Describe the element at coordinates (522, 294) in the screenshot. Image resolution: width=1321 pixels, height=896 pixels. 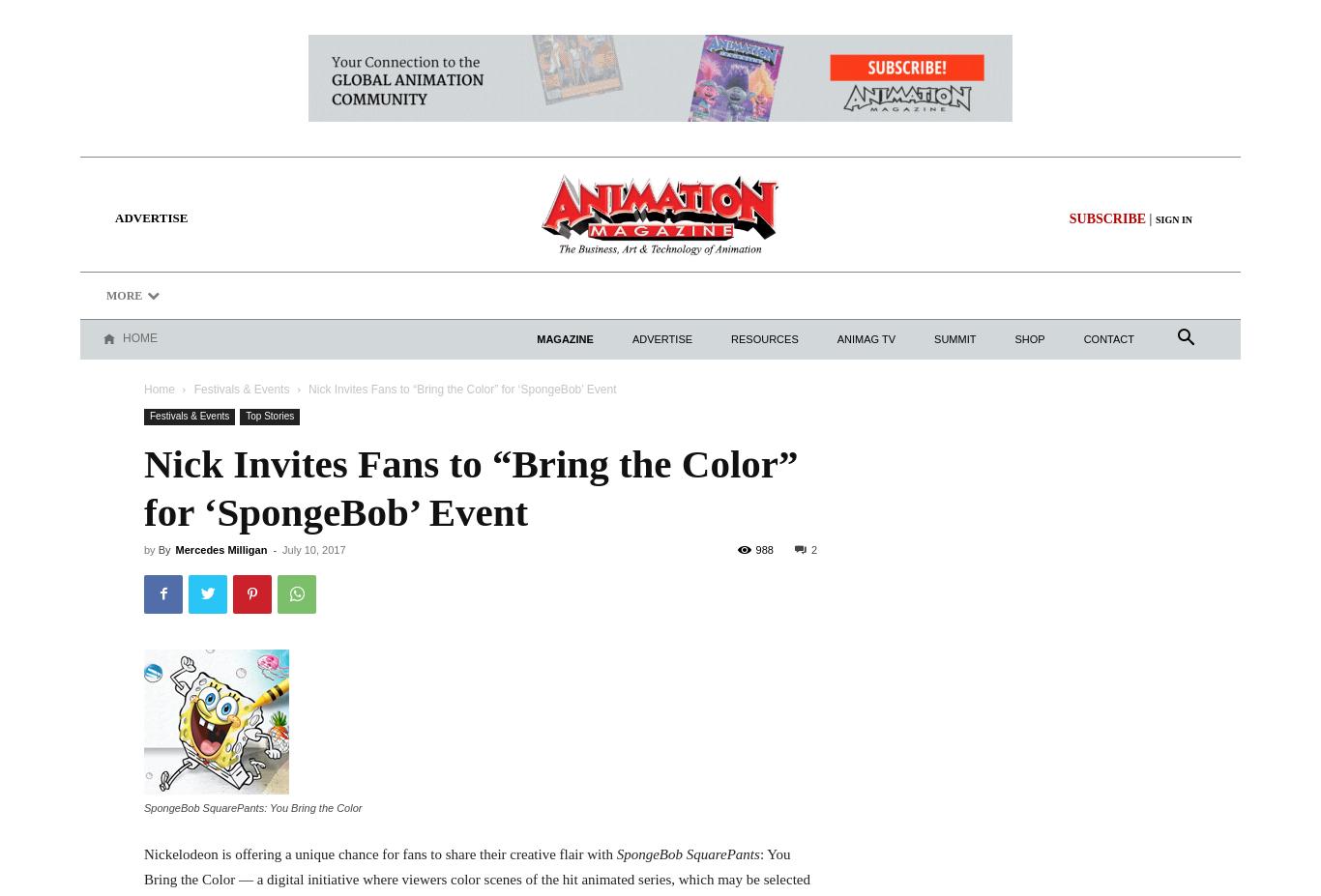
I see `'Shorts'` at that location.